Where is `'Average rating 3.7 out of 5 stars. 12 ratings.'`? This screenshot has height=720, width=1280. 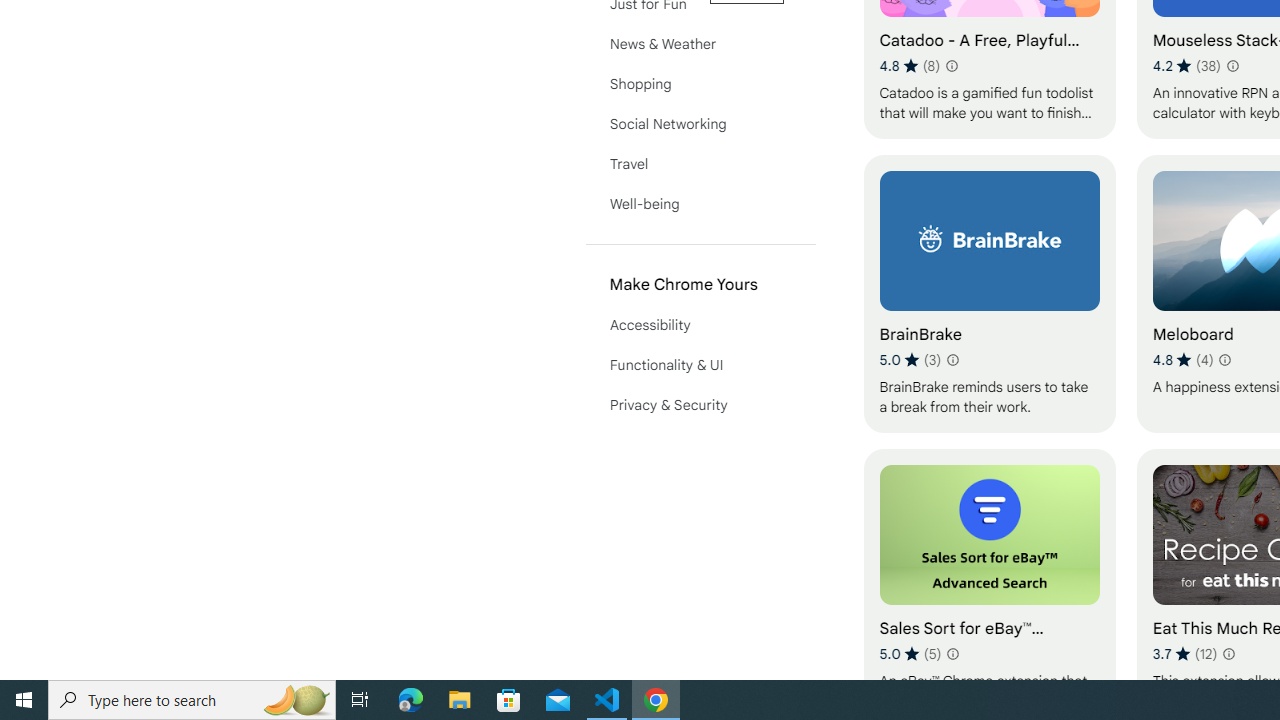
'Average rating 3.7 out of 5 stars. 12 ratings.' is located at coordinates (1185, 653).